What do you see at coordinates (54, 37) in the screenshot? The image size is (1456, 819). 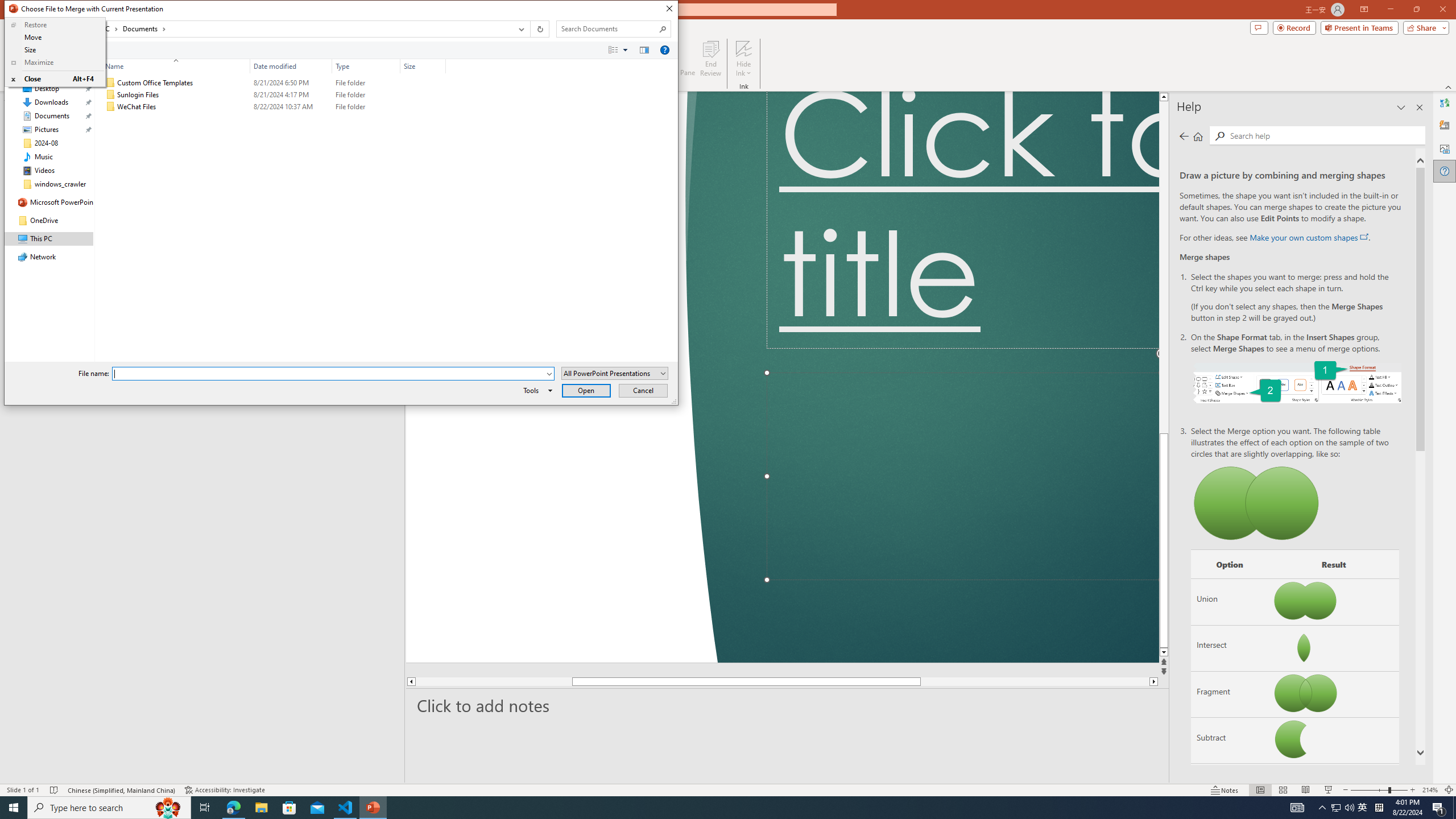 I see `'Move'` at bounding box center [54, 37].